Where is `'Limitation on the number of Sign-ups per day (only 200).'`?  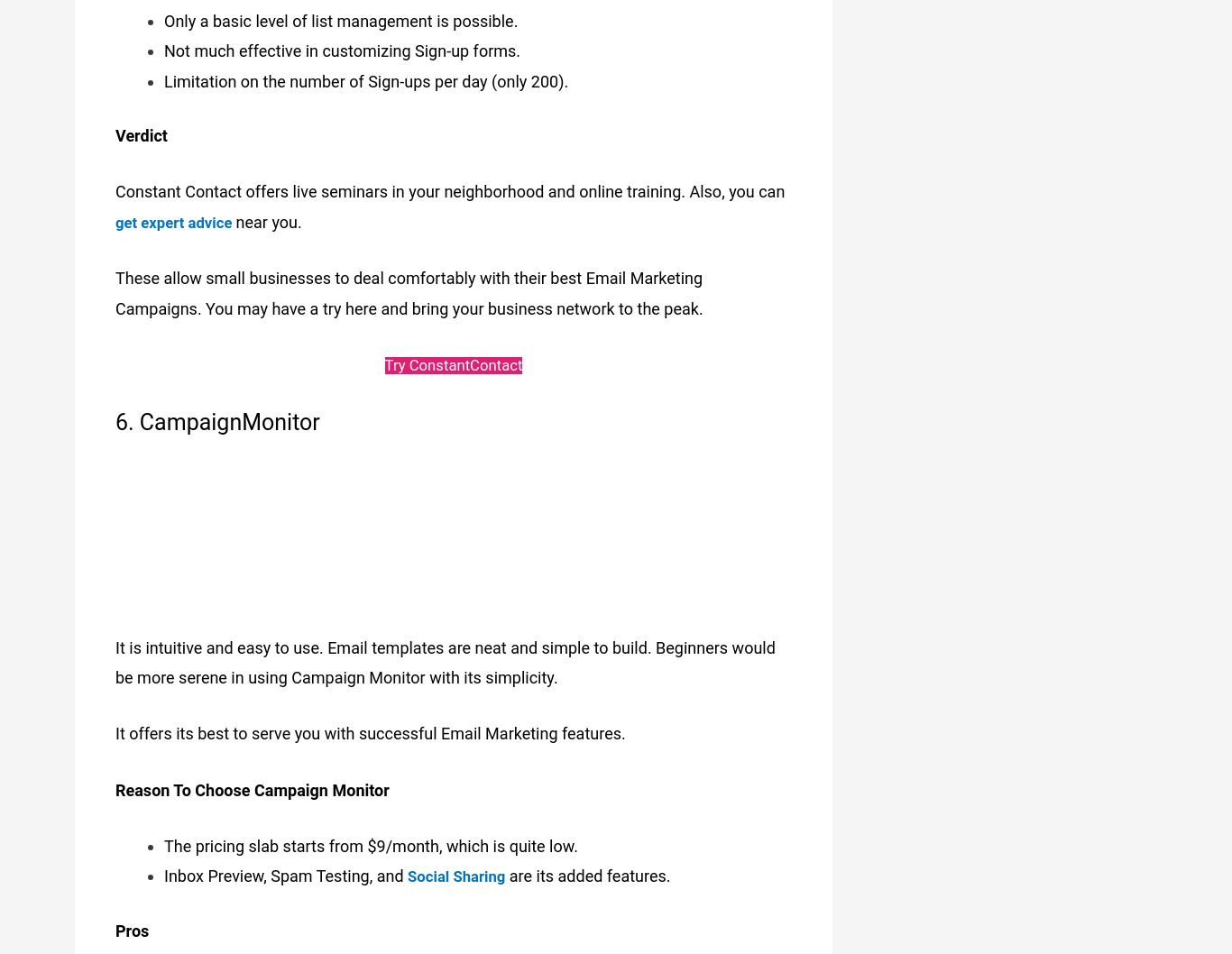 'Limitation on the number of Sign-ups per day (only 200).' is located at coordinates (364, 71).